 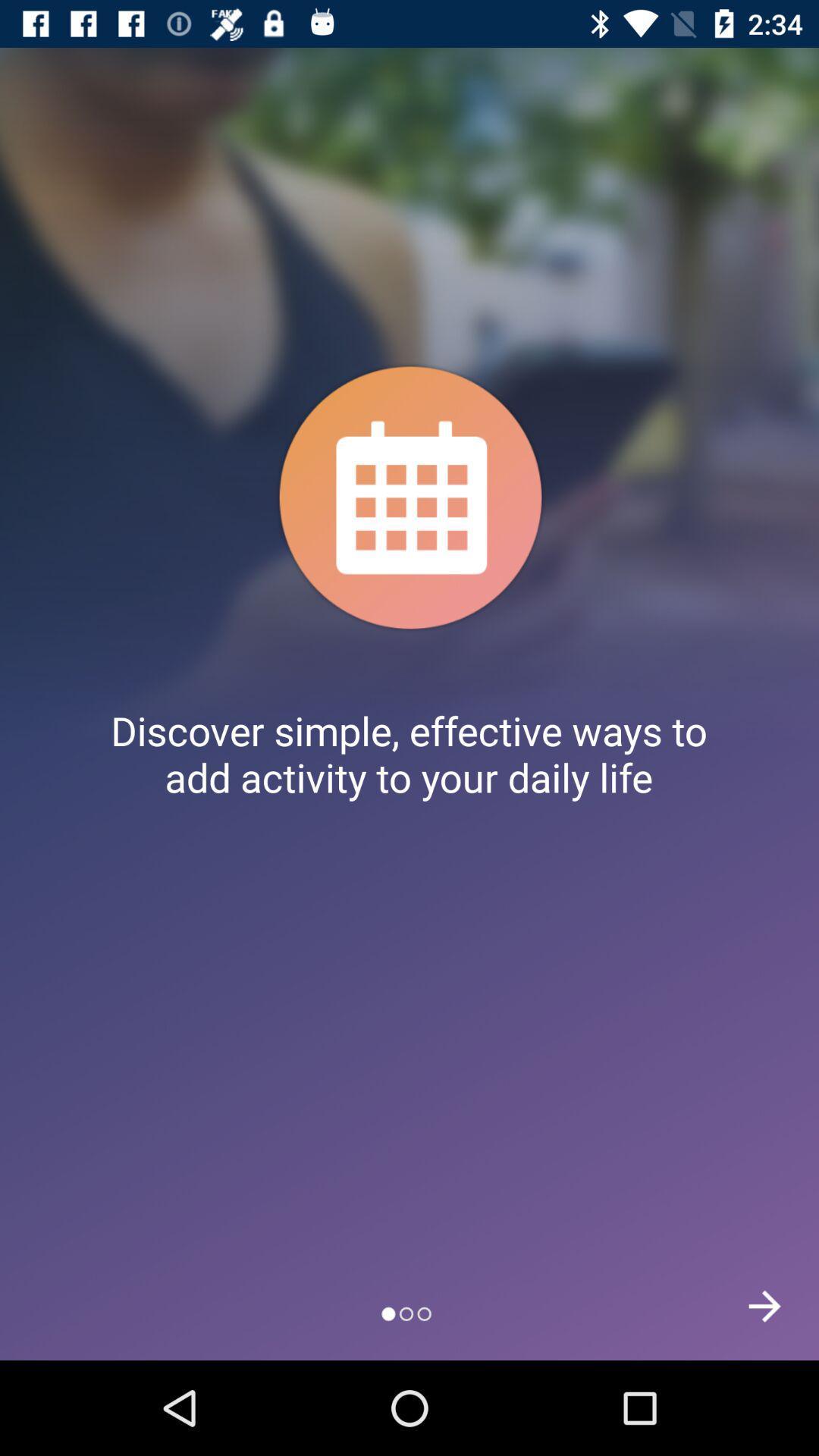 What do you see at coordinates (764, 1305) in the screenshot?
I see `the arrow_forward icon` at bounding box center [764, 1305].